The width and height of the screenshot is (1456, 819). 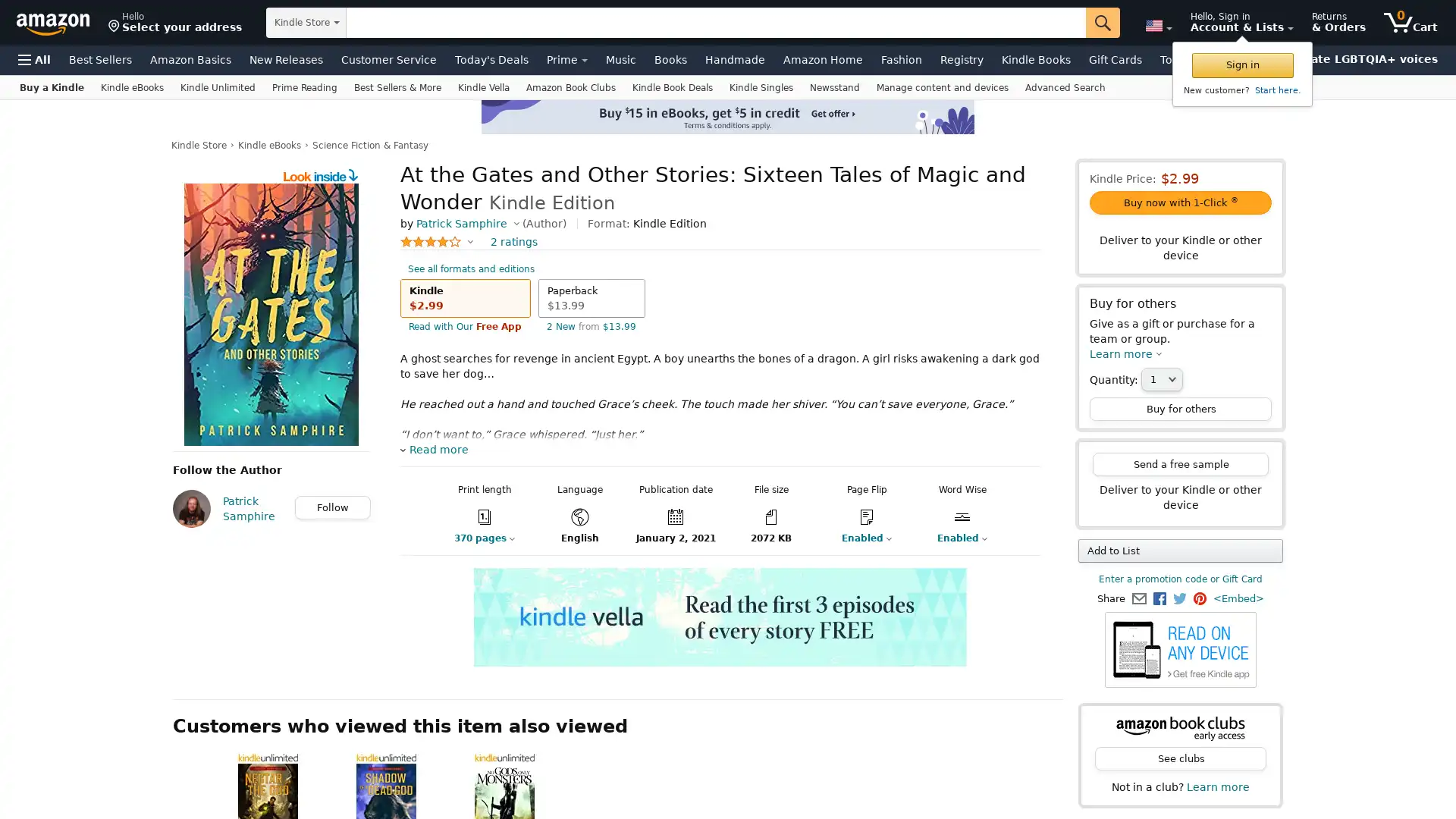 What do you see at coordinates (1179, 408) in the screenshot?
I see `Buy for others` at bounding box center [1179, 408].